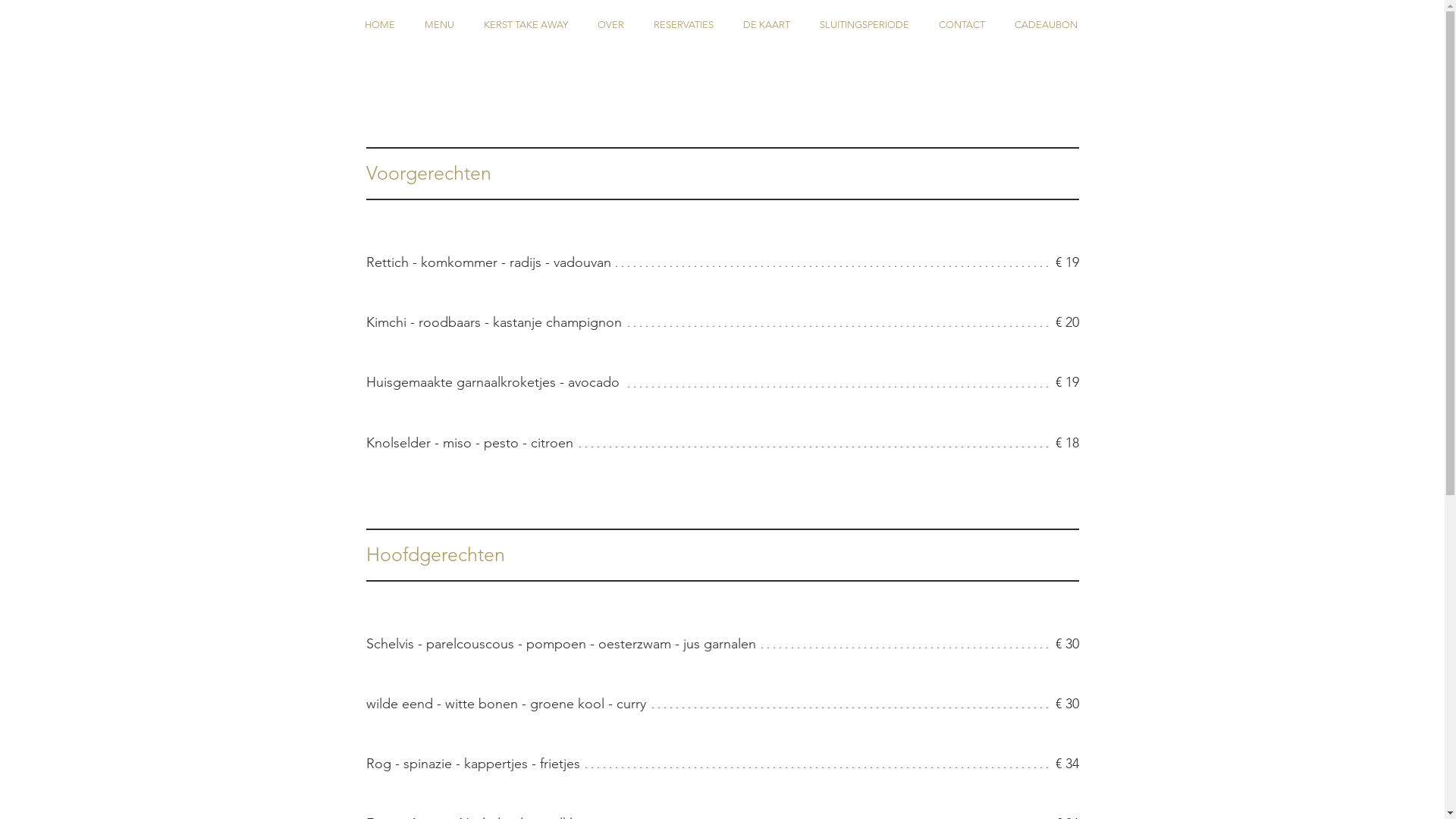 The image size is (1456, 819). What do you see at coordinates (438, 24) in the screenshot?
I see `'MENU'` at bounding box center [438, 24].